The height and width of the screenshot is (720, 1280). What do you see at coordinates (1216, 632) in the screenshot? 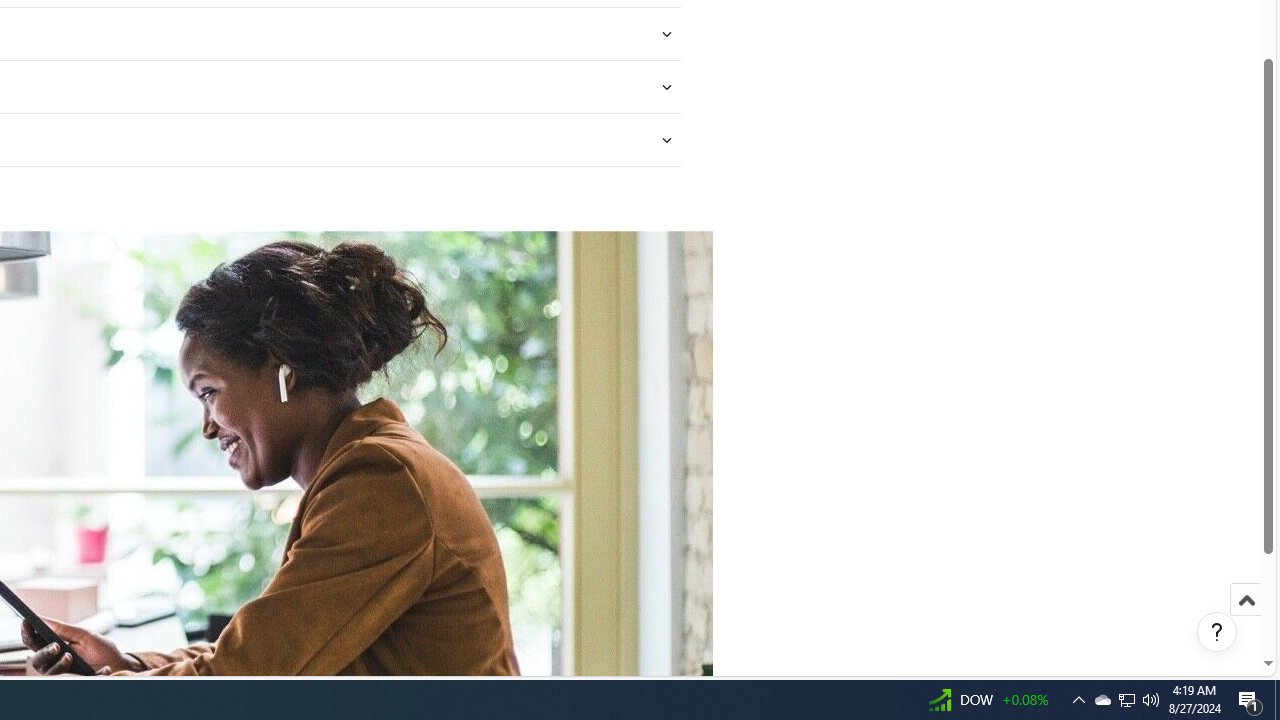
I see `'Help, opens dialogs'` at bounding box center [1216, 632].